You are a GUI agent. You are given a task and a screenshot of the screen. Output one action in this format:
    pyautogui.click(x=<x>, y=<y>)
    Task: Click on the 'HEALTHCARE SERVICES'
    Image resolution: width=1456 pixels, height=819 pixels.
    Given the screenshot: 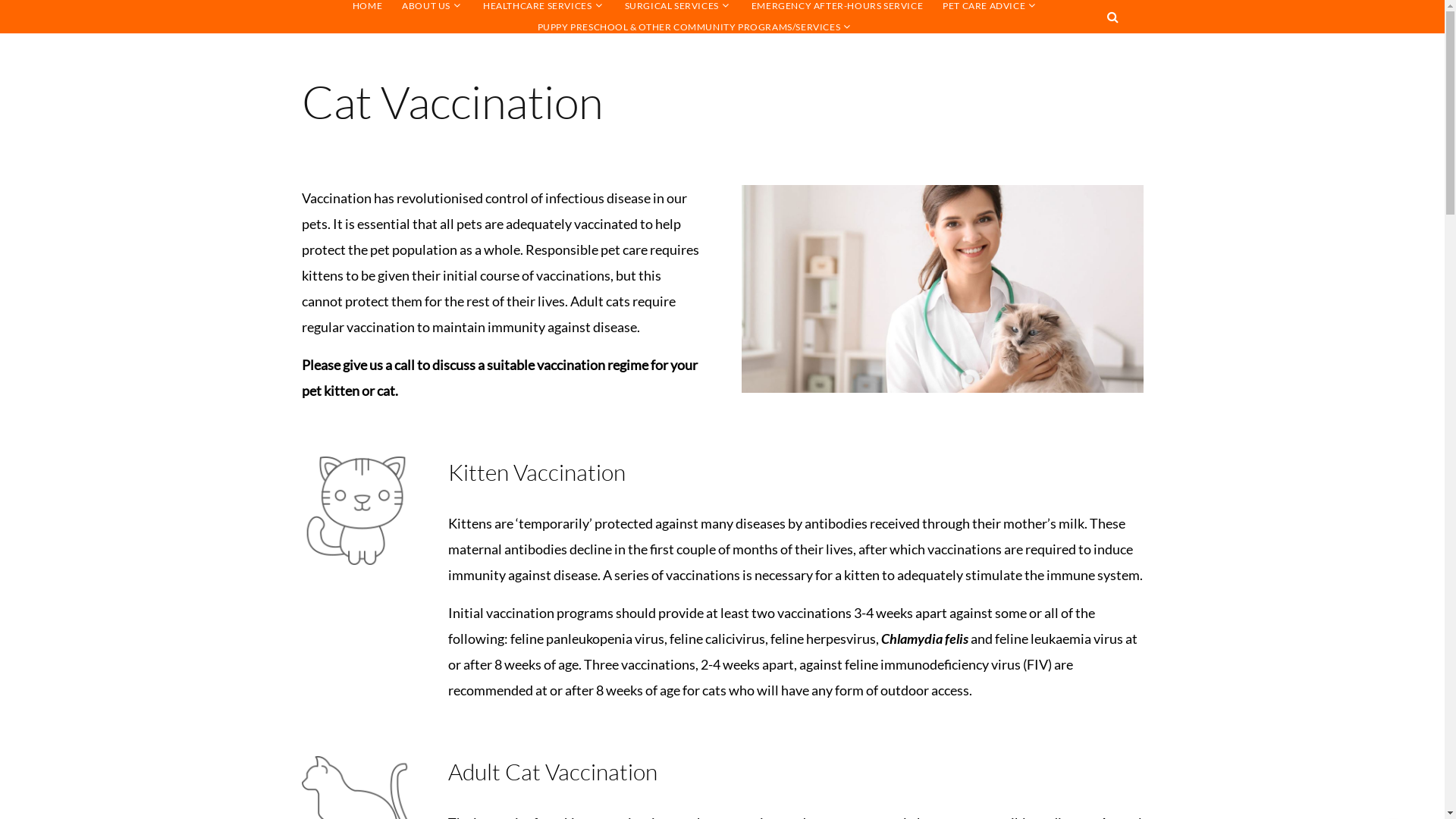 What is the action you would take?
    pyautogui.click(x=537, y=5)
    